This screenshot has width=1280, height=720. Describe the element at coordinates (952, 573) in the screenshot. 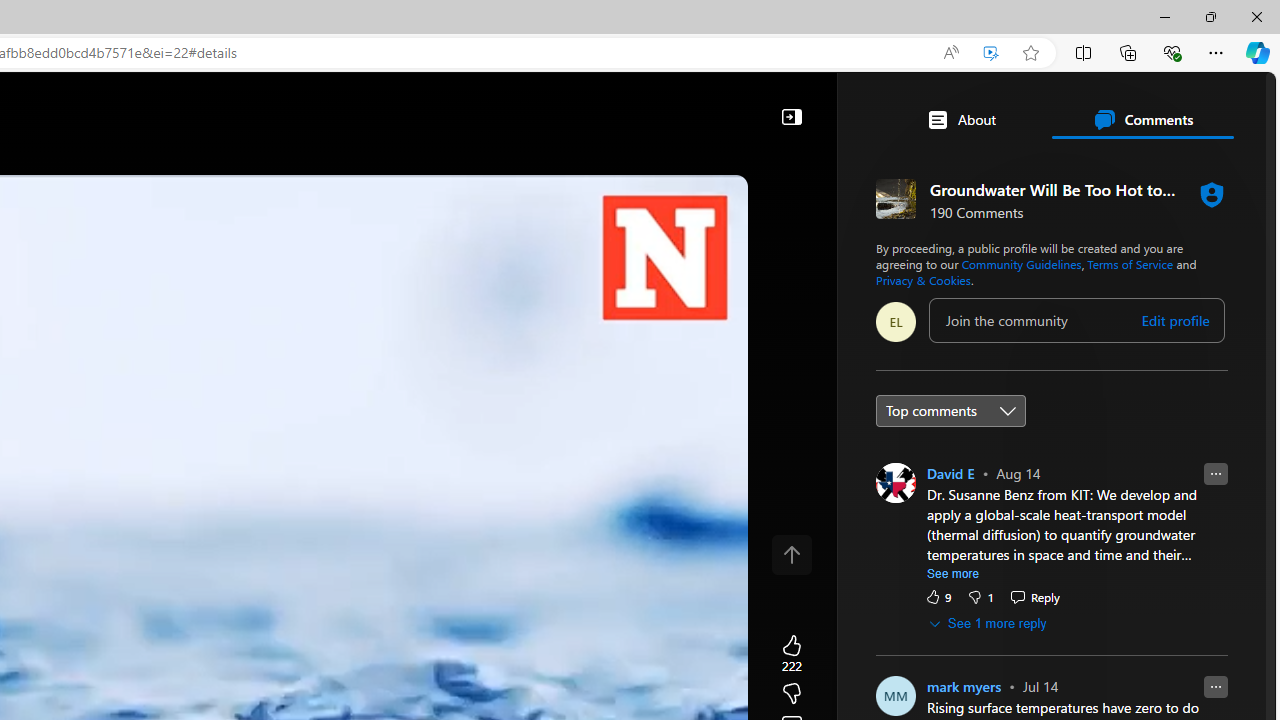

I see `'See more'` at that location.